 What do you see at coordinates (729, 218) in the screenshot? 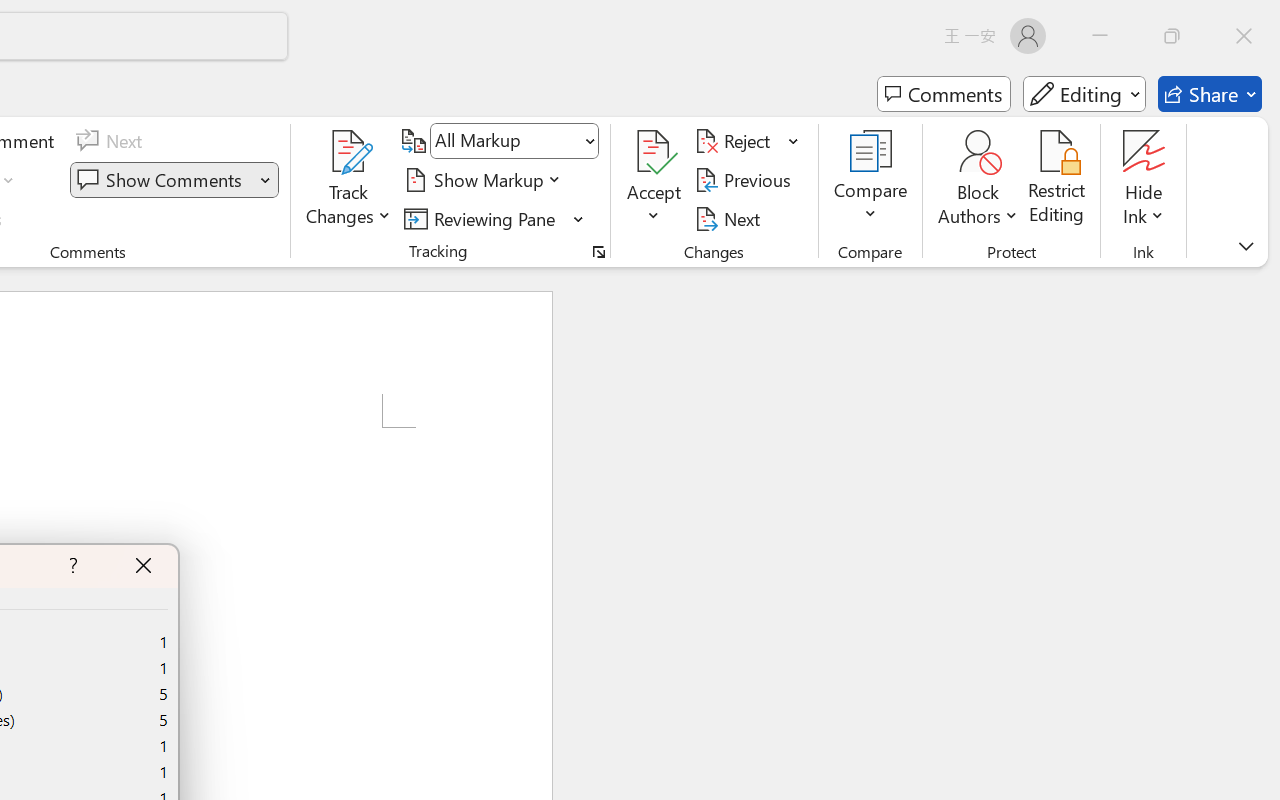
I see `'Next'` at bounding box center [729, 218].